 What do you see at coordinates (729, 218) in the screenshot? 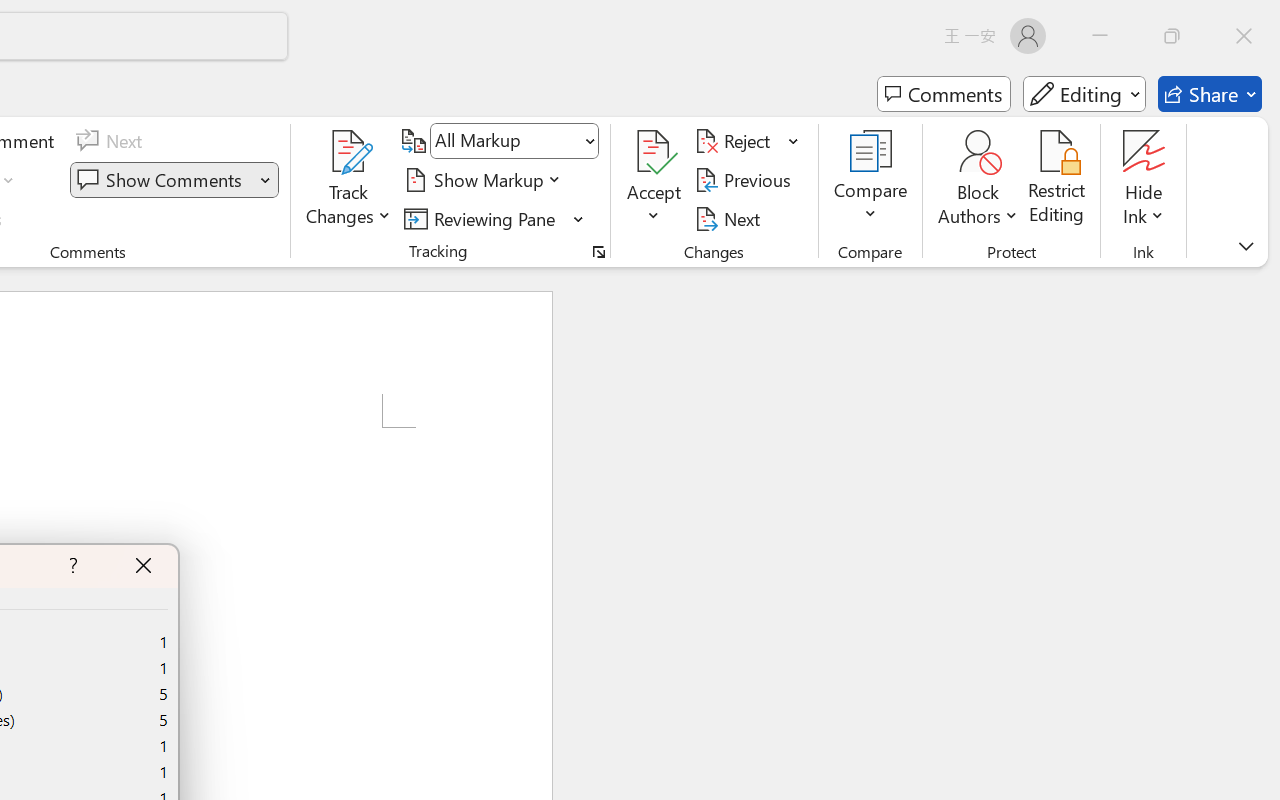
I see `'Next'` at bounding box center [729, 218].